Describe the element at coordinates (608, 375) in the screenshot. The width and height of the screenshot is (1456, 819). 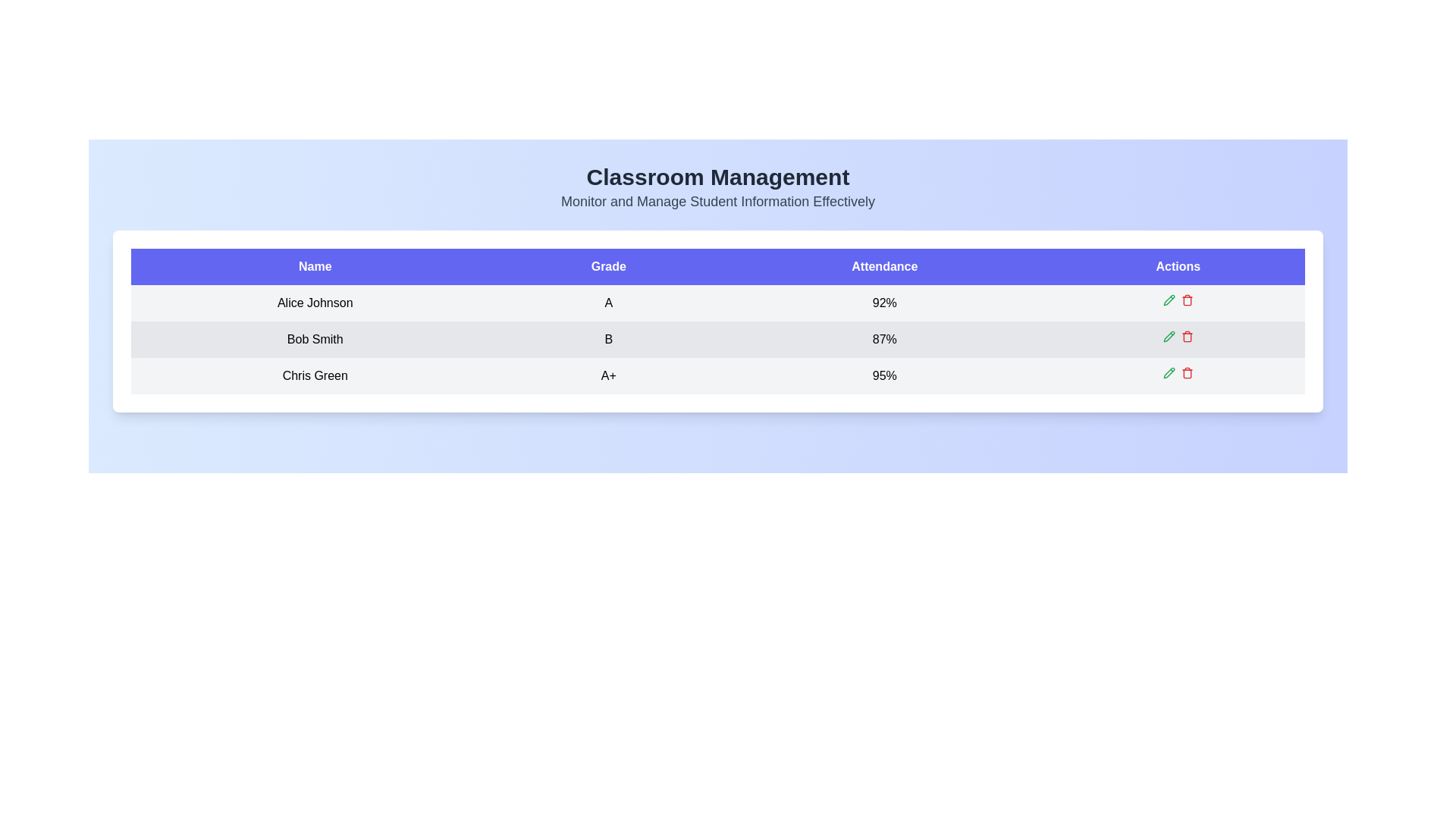
I see `the static text label displaying the grade for 'Chris Green' in the 'Grade' column, located between the 'Name' column and the 'Attendance' column` at that location.